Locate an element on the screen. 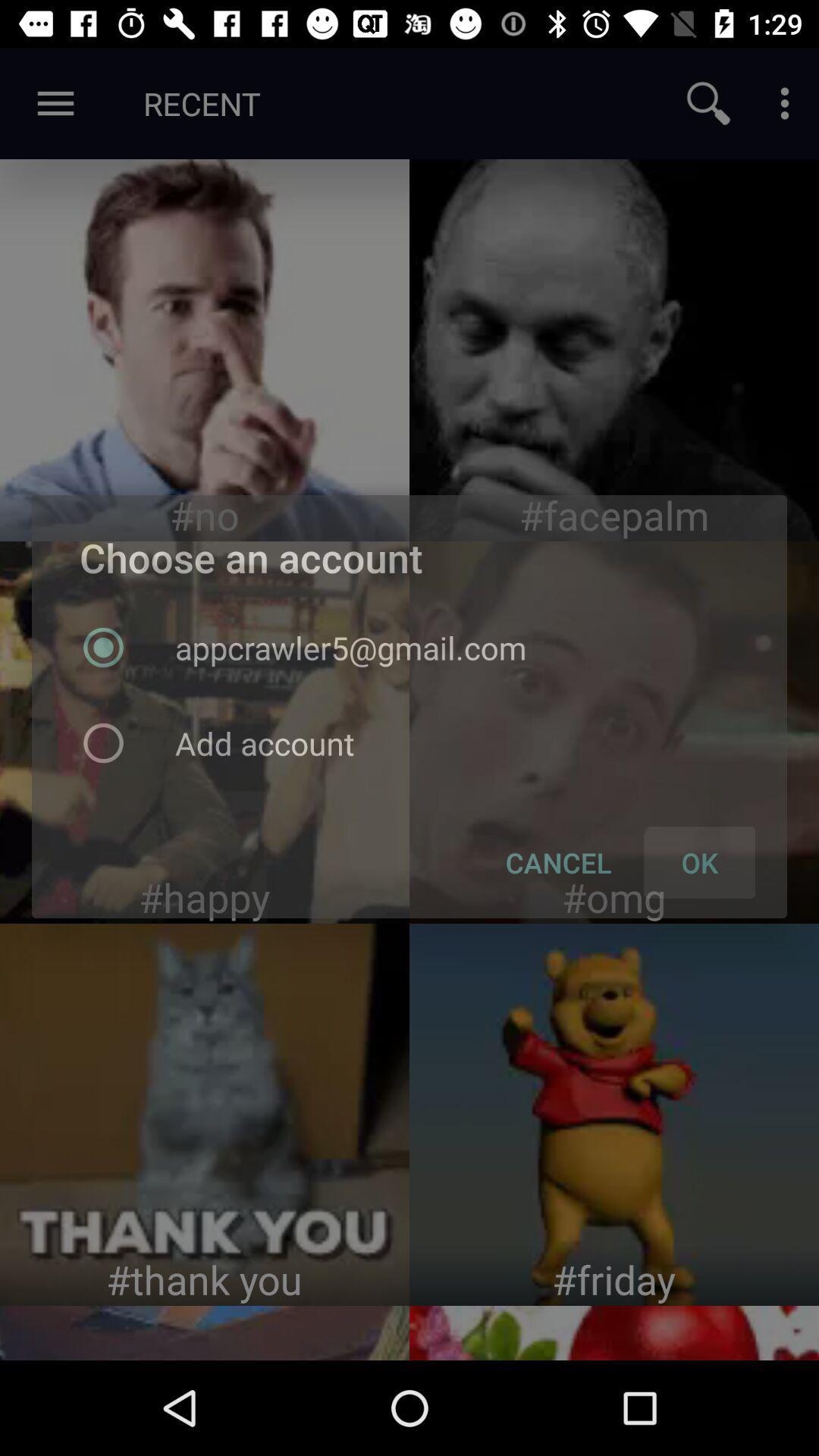 This screenshot has height=1456, width=819. image is located at coordinates (614, 349).